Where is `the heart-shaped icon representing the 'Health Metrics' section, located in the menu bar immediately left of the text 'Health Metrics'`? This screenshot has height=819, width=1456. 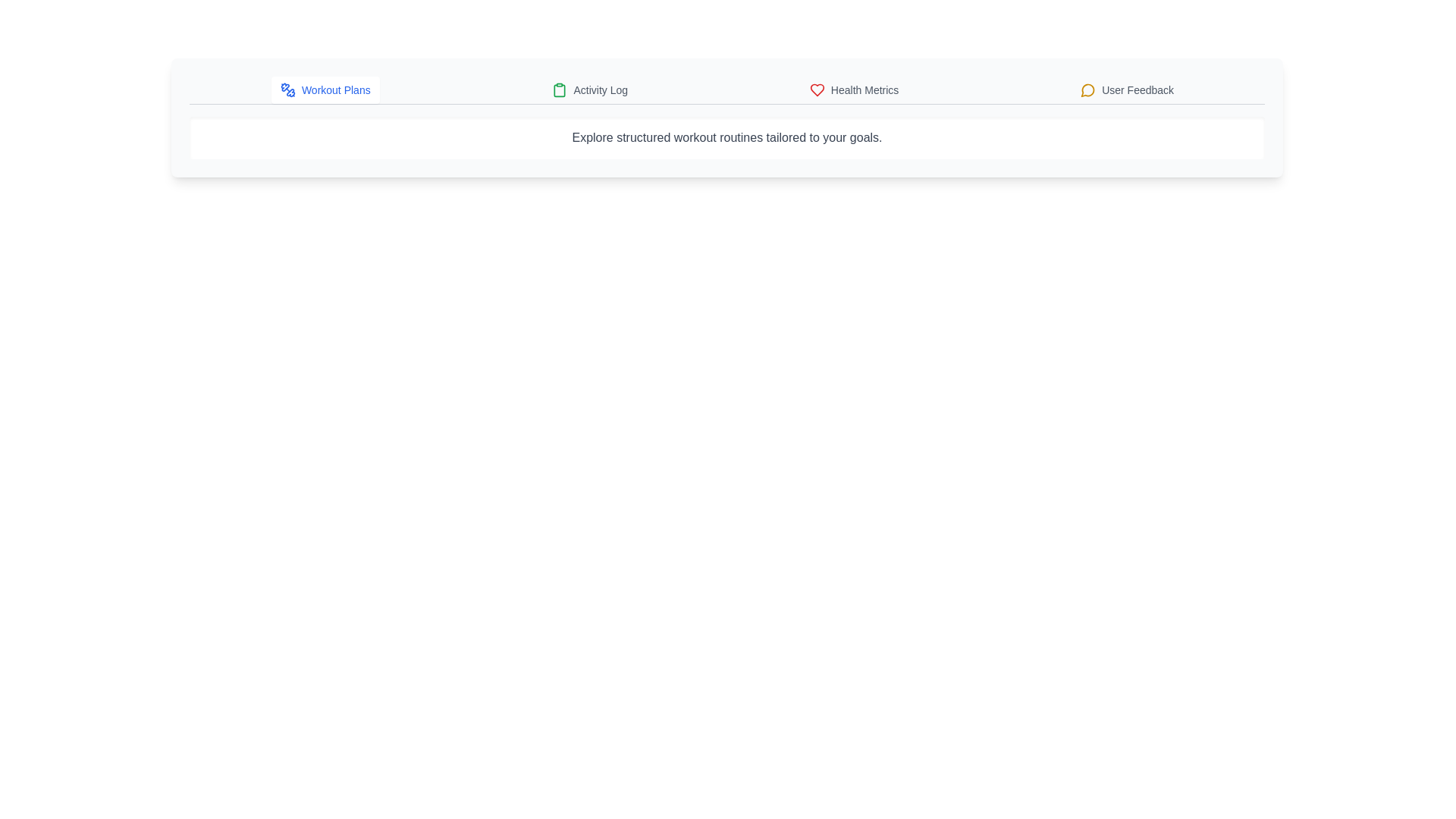
the heart-shaped icon representing the 'Health Metrics' section, located in the menu bar immediately left of the text 'Health Metrics' is located at coordinates (816, 90).